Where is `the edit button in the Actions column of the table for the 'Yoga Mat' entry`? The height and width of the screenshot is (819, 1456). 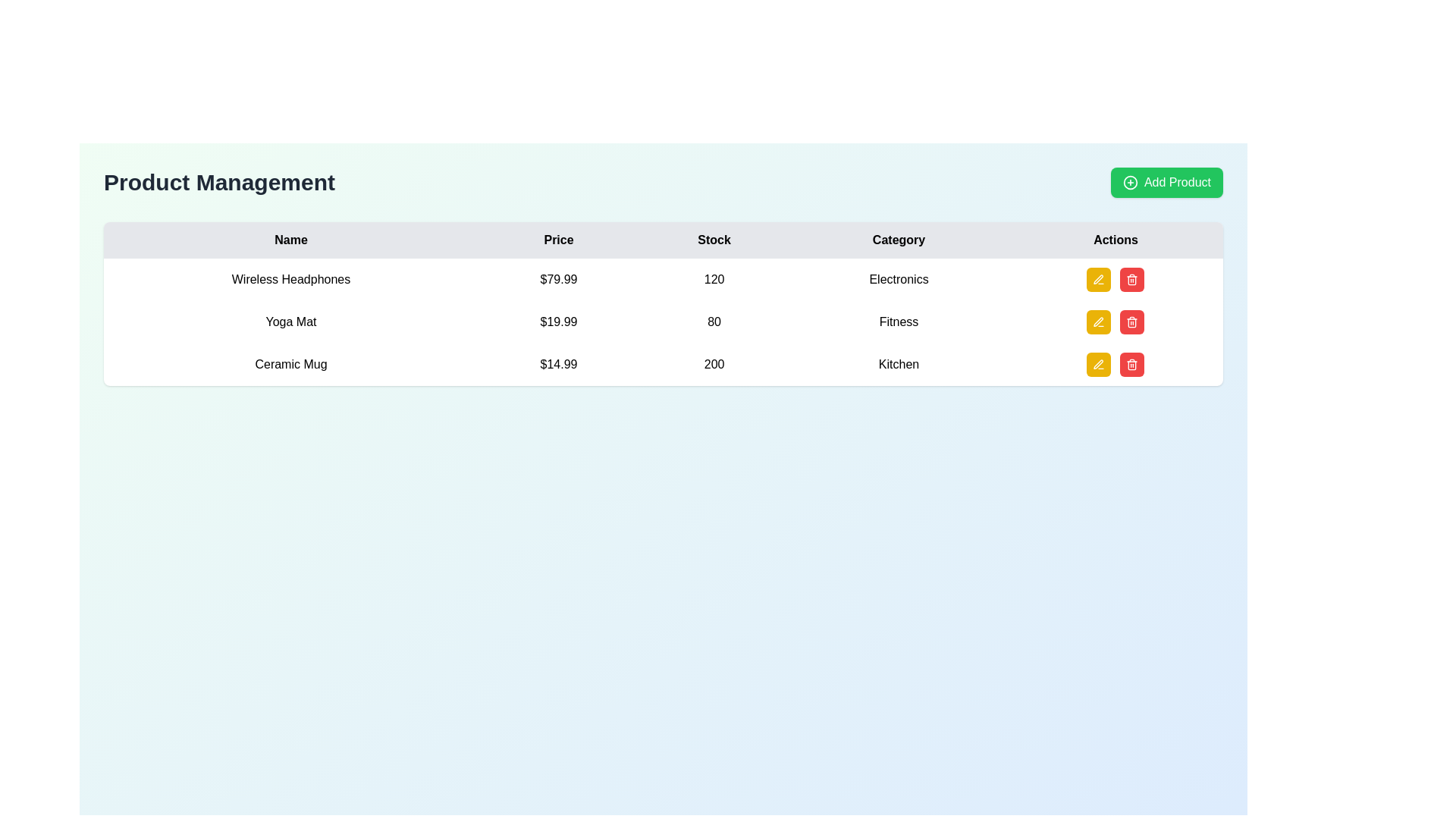
the edit button in the Actions column of the table for the 'Yoga Mat' entry is located at coordinates (1099, 321).